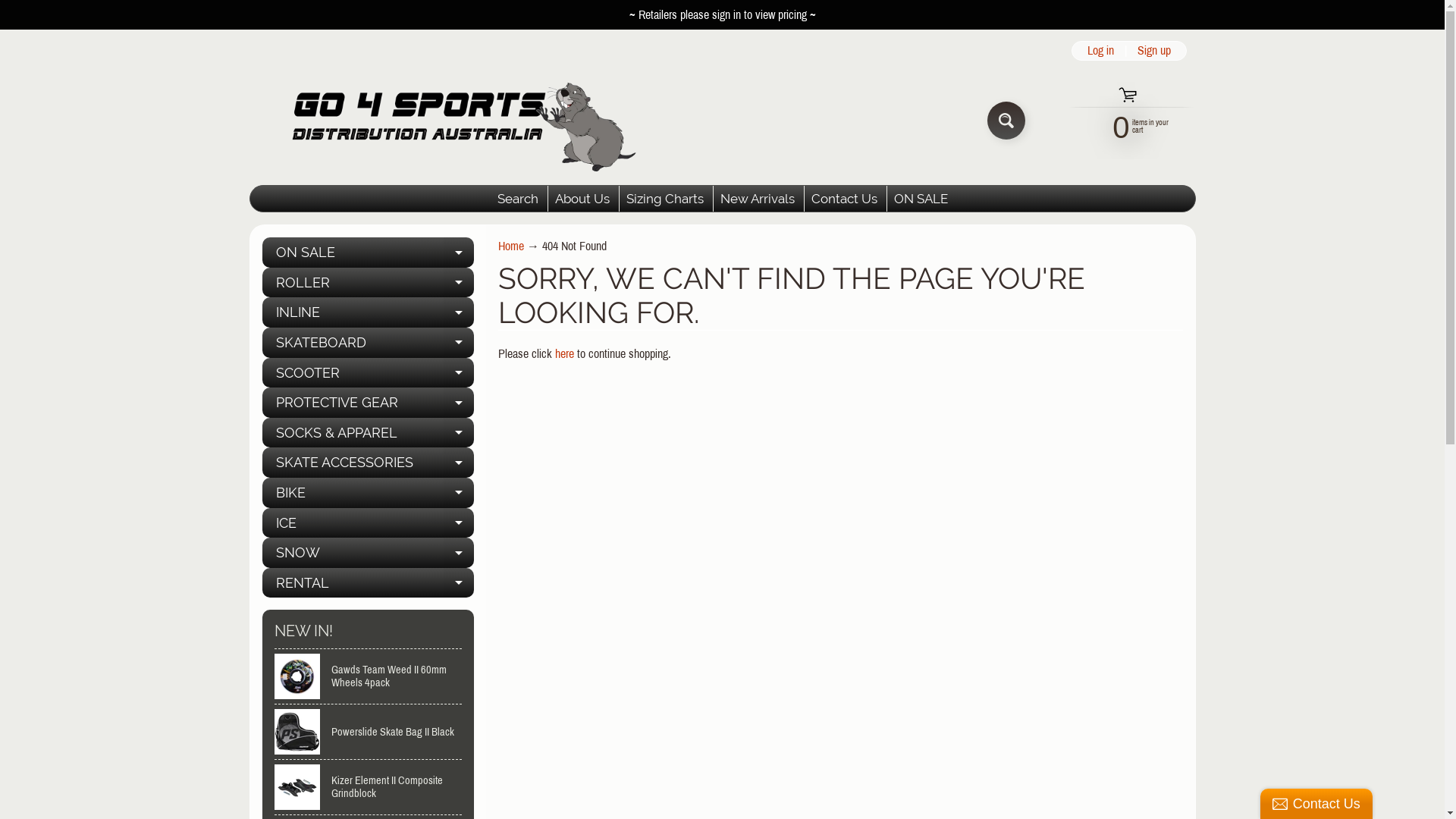  Describe the element at coordinates (457, 342) in the screenshot. I see `'EXPAND CHILD MENU'` at that location.